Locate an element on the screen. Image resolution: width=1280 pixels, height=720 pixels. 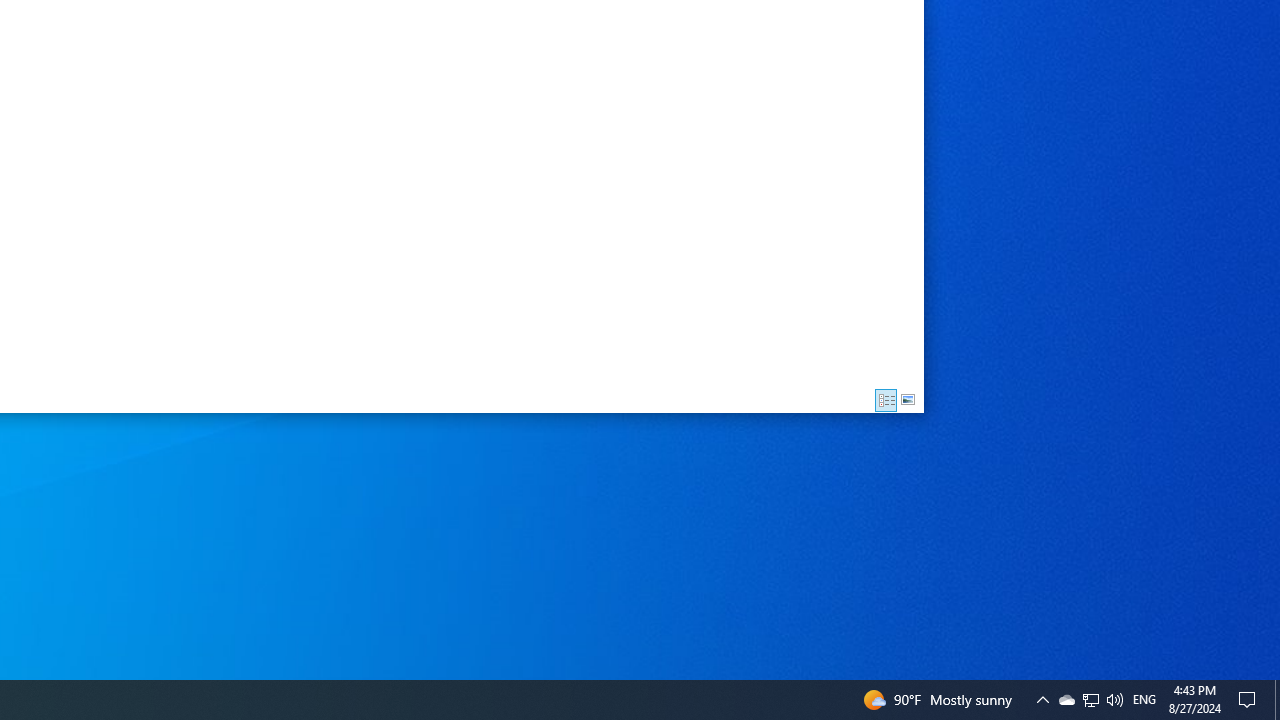
'Large Icons' is located at coordinates (907, 400).